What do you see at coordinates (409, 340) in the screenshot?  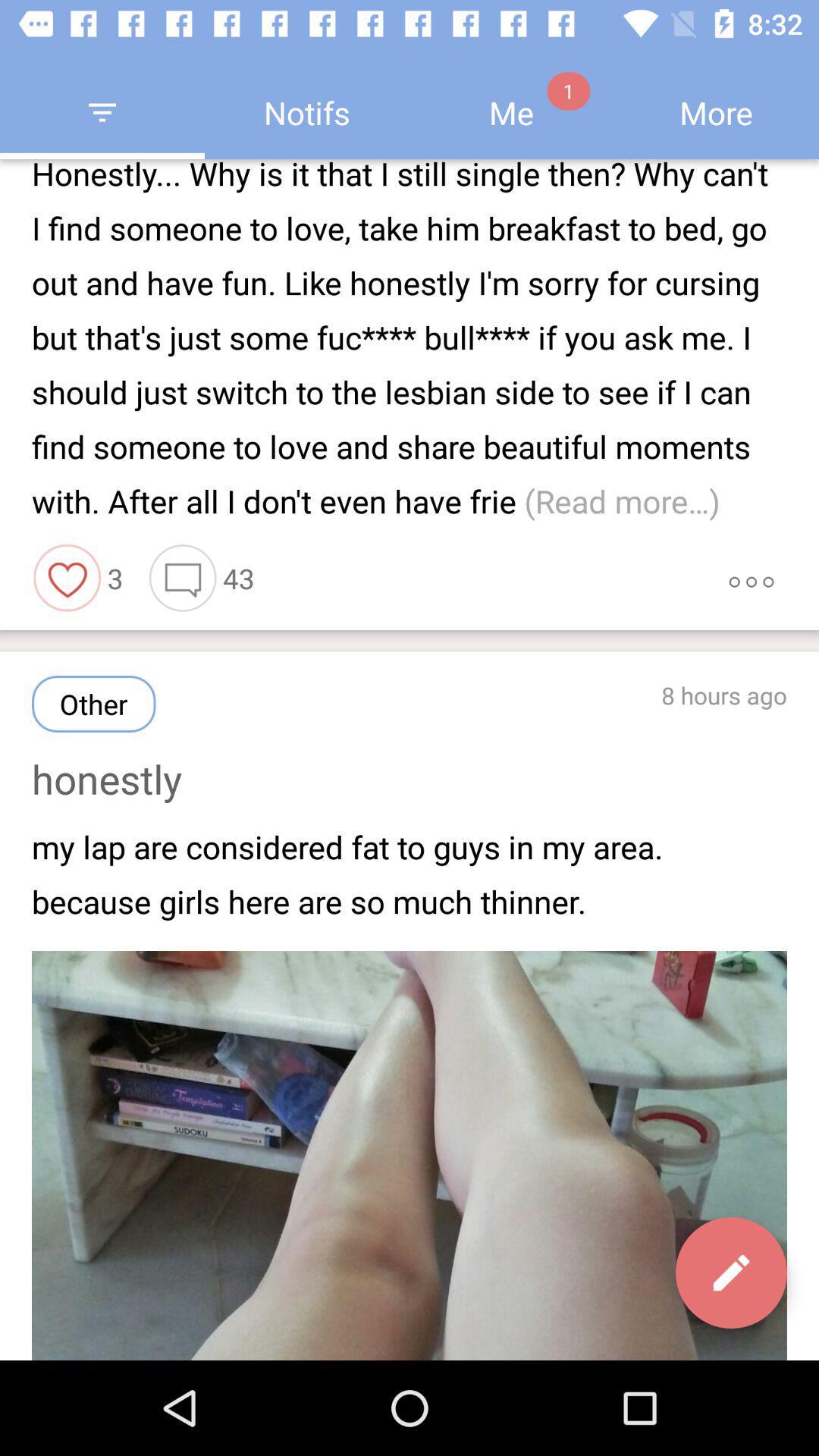 I see `icon below the notifs item` at bounding box center [409, 340].